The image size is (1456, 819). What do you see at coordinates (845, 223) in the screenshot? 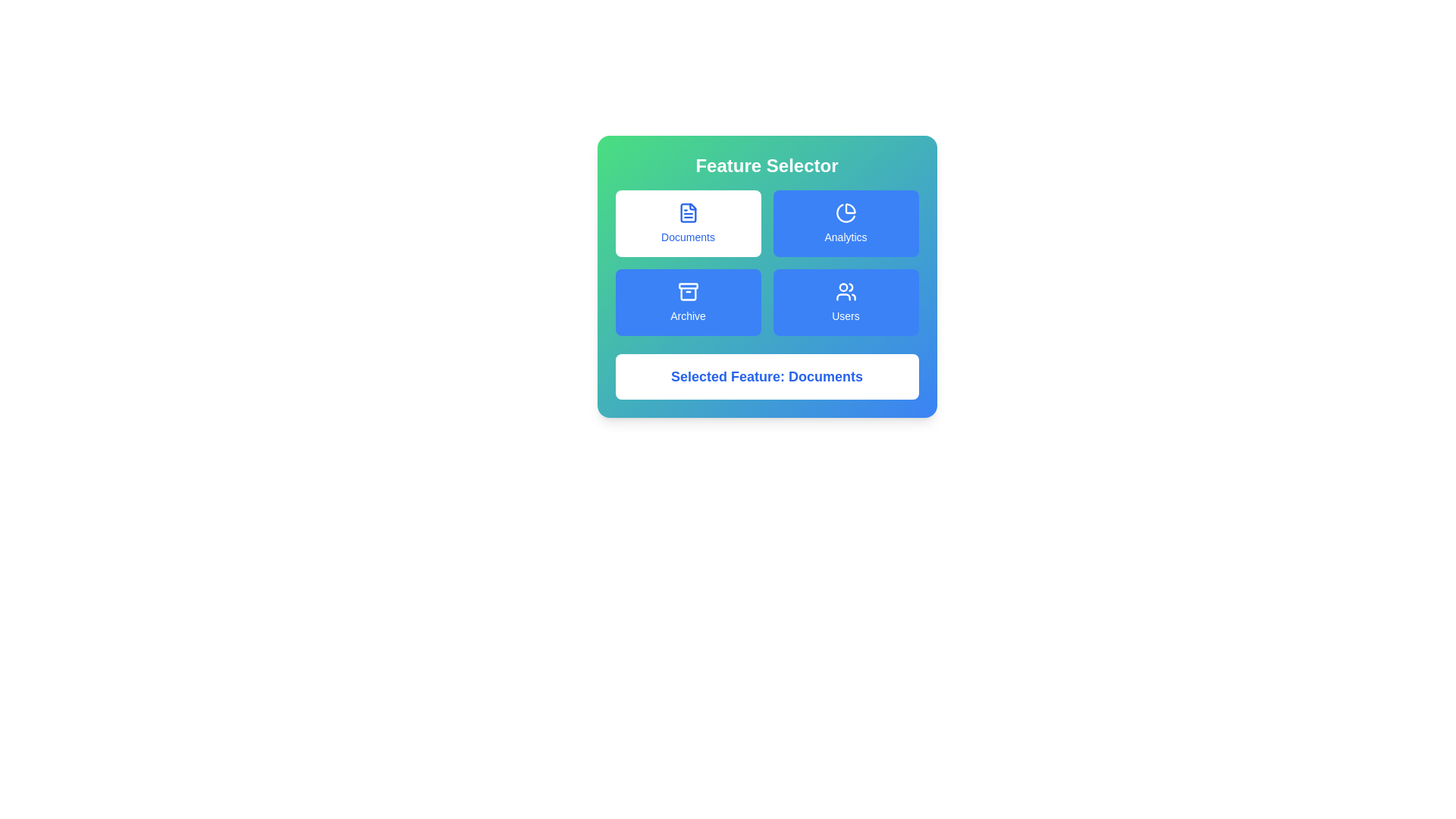
I see `the button labeled 'Analytics'` at bounding box center [845, 223].